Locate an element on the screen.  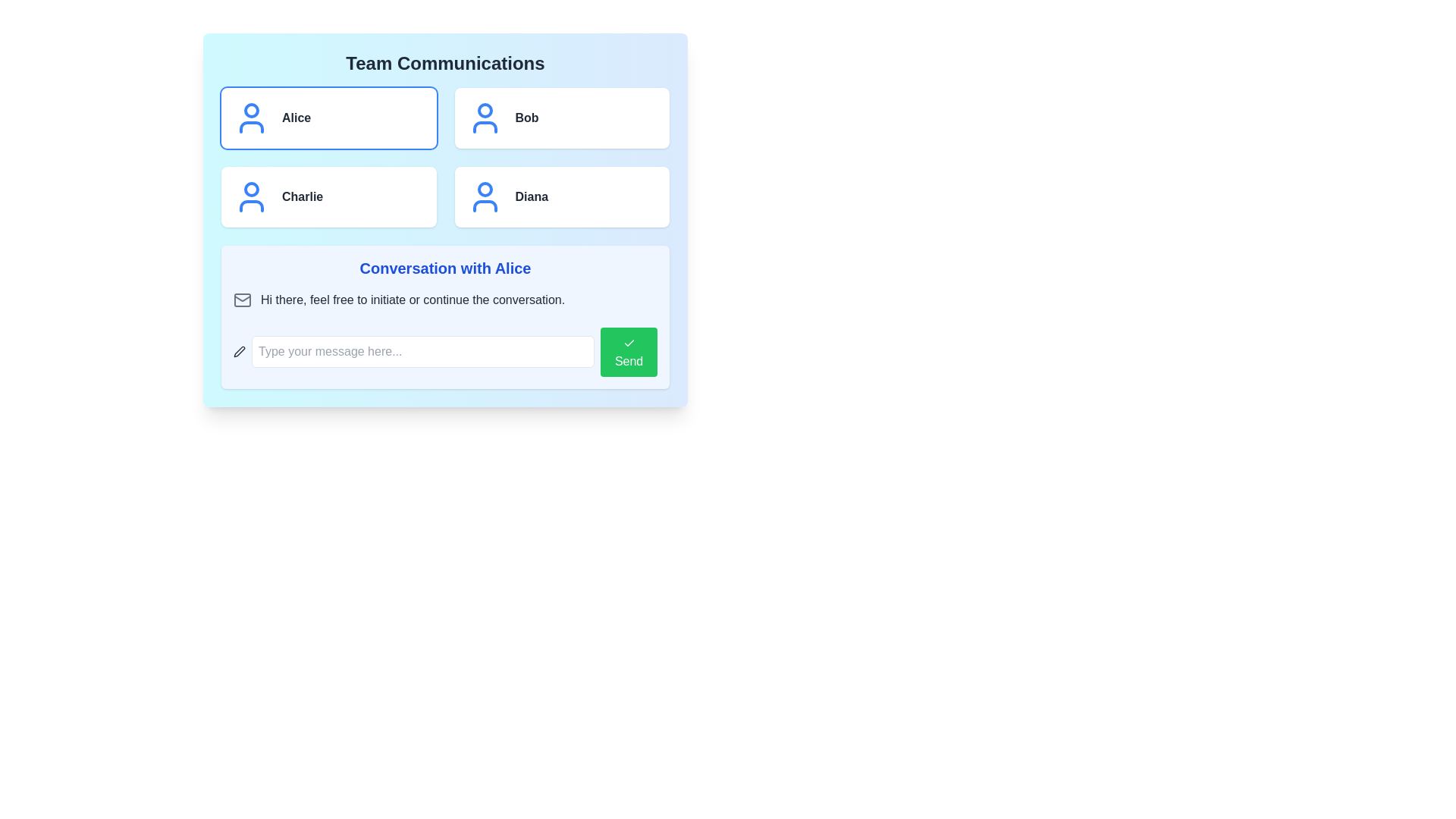
the lower part of the user icon representing Diana, located in the bottom-right corner of the Team Communications interface is located at coordinates (484, 206).